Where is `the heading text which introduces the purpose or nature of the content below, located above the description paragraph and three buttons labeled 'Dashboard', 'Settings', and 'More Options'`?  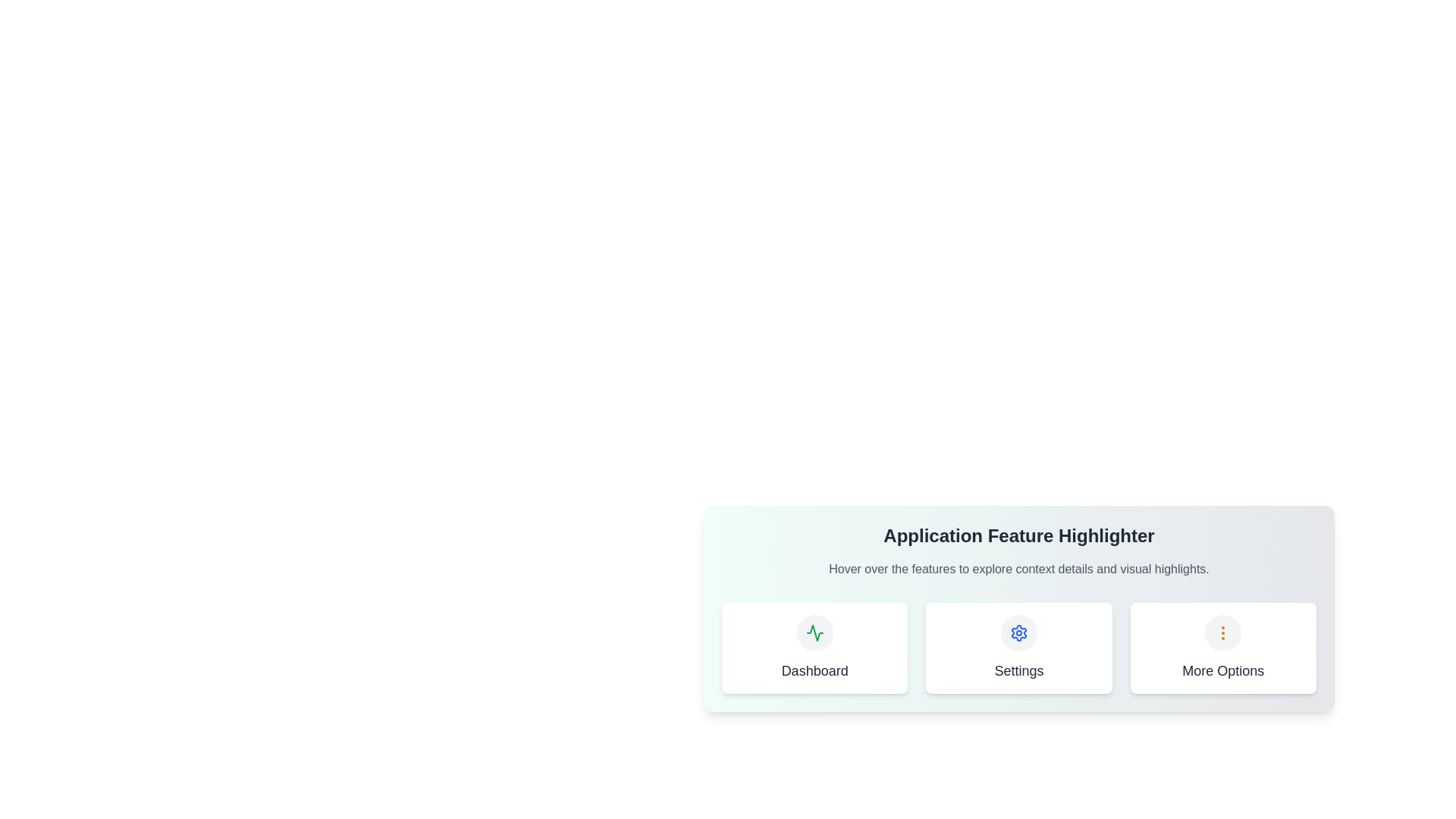 the heading text which introduces the purpose or nature of the content below, located above the description paragraph and three buttons labeled 'Dashboard', 'Settings', and 'More Options' is located at coordinates (1019, 535).